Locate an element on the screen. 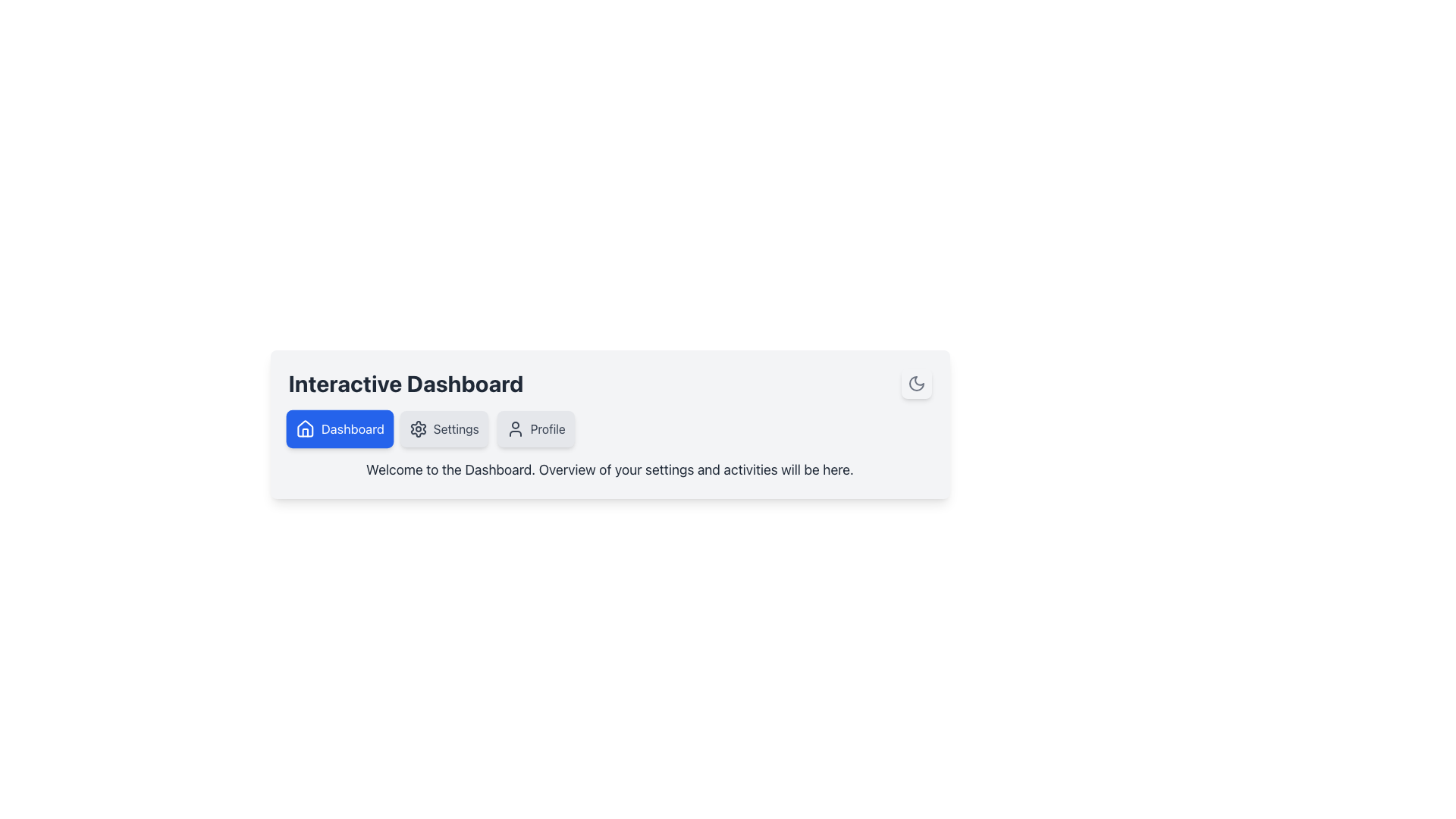 The image size is (1456, 819). the 'Settings' text label, which is part of a button adjacent to a gear icon is located at coordinates (455, 429).